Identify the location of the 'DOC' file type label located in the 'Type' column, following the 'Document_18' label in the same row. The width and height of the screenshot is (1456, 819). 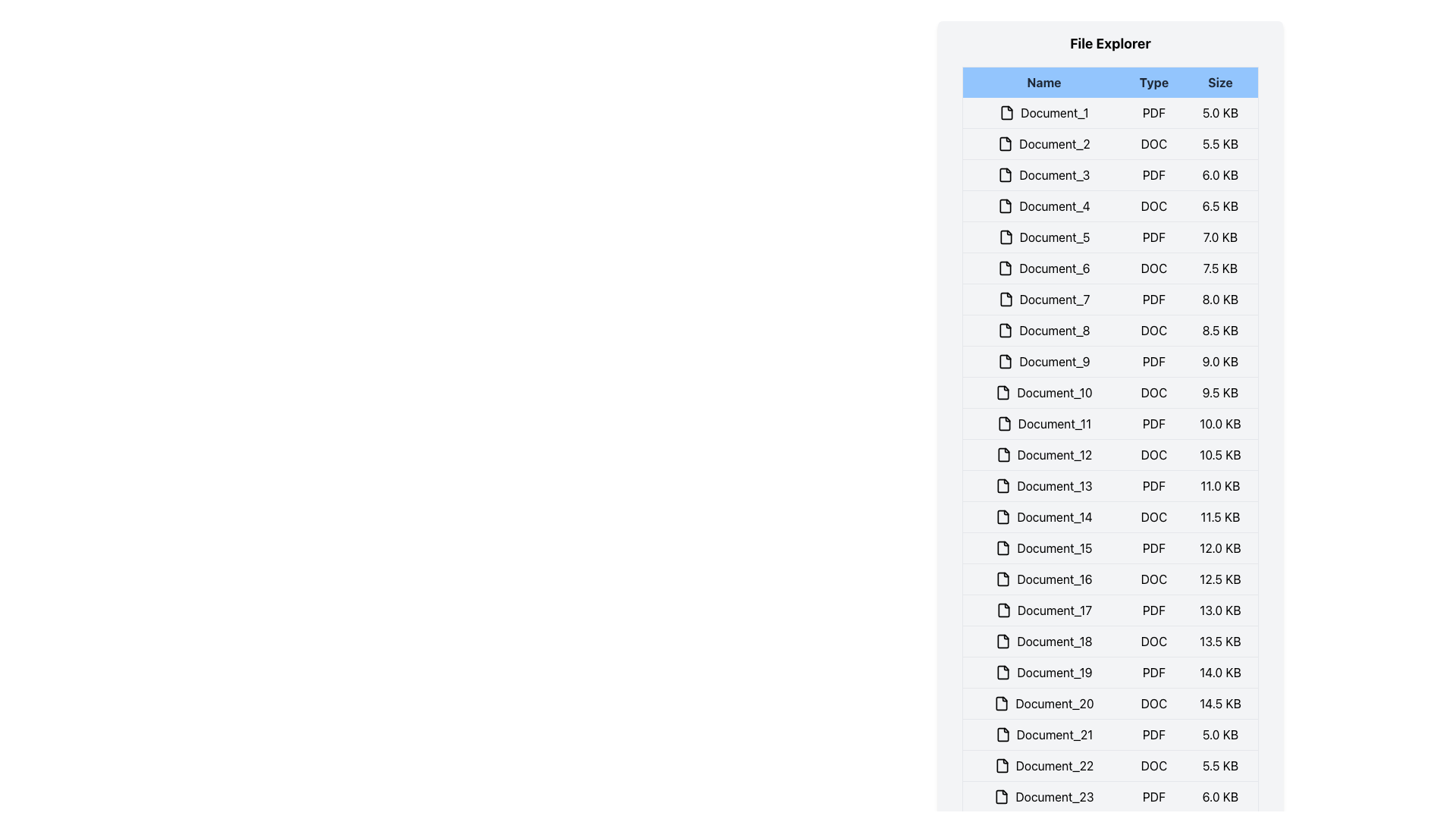
(1153, 641).